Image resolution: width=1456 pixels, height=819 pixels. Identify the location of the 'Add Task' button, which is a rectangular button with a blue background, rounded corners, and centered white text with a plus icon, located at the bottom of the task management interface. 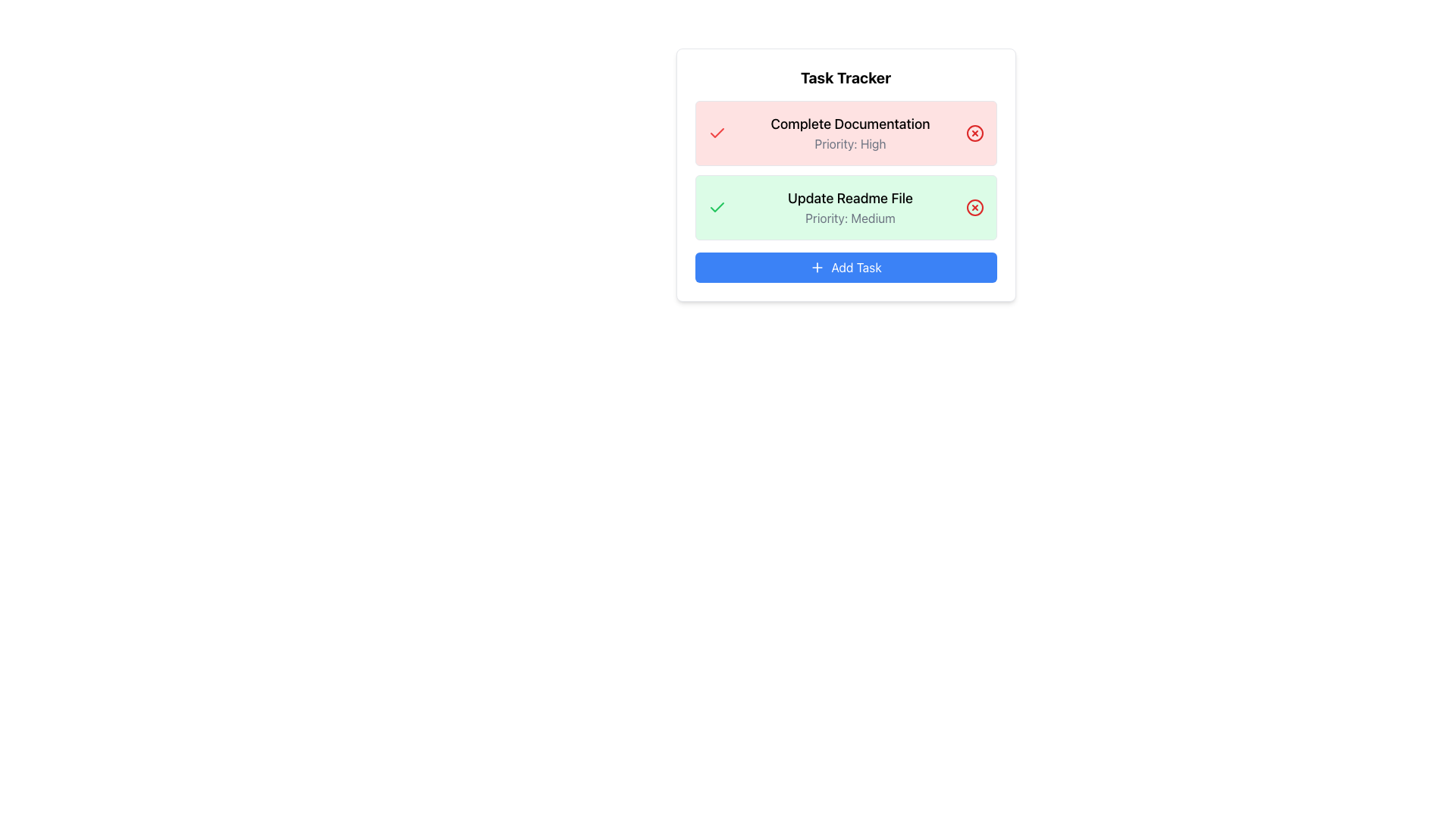
(845, 267).